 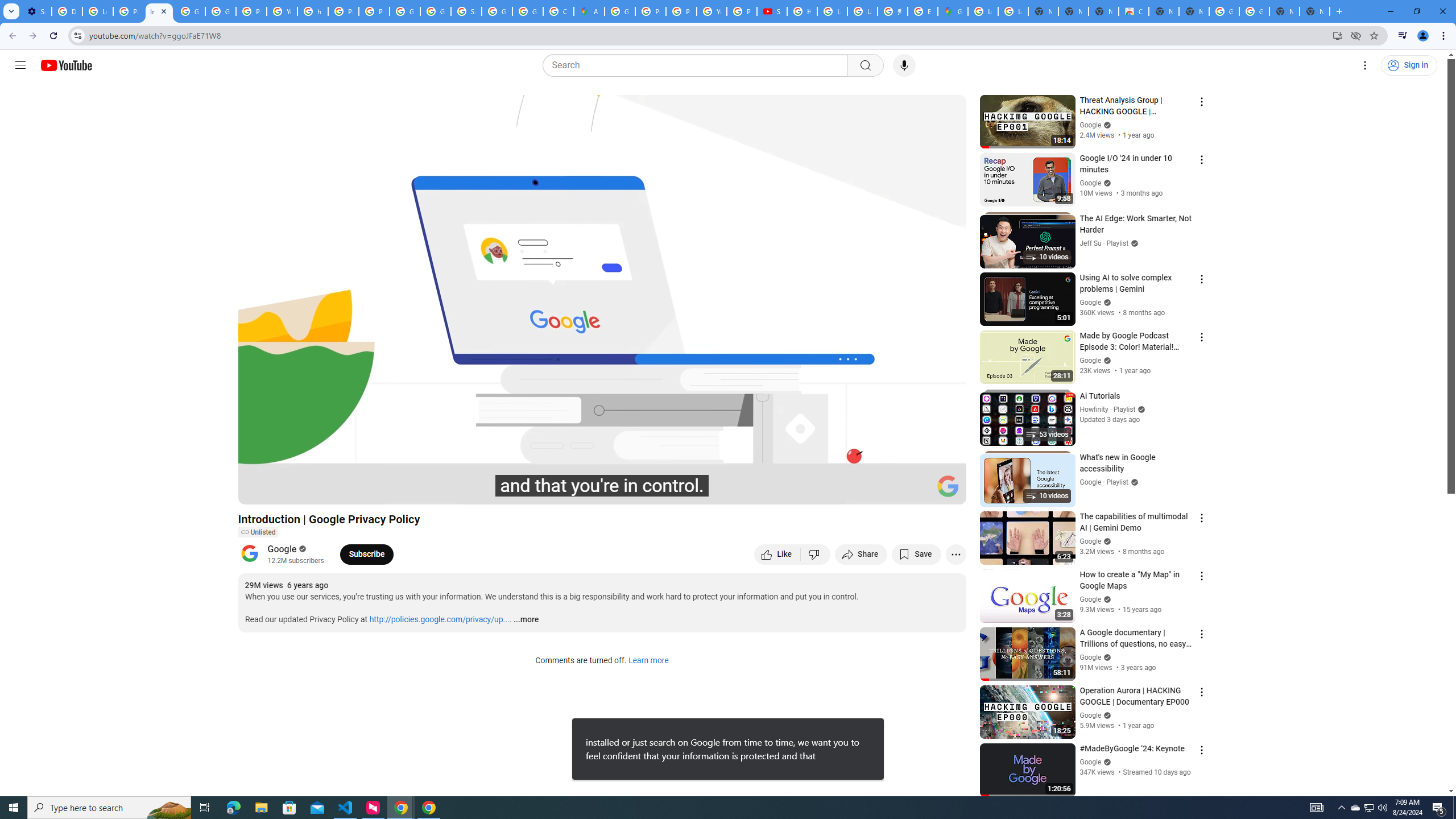 I want to click on 'Subscribe to Google.', so click(x=366, y=553).